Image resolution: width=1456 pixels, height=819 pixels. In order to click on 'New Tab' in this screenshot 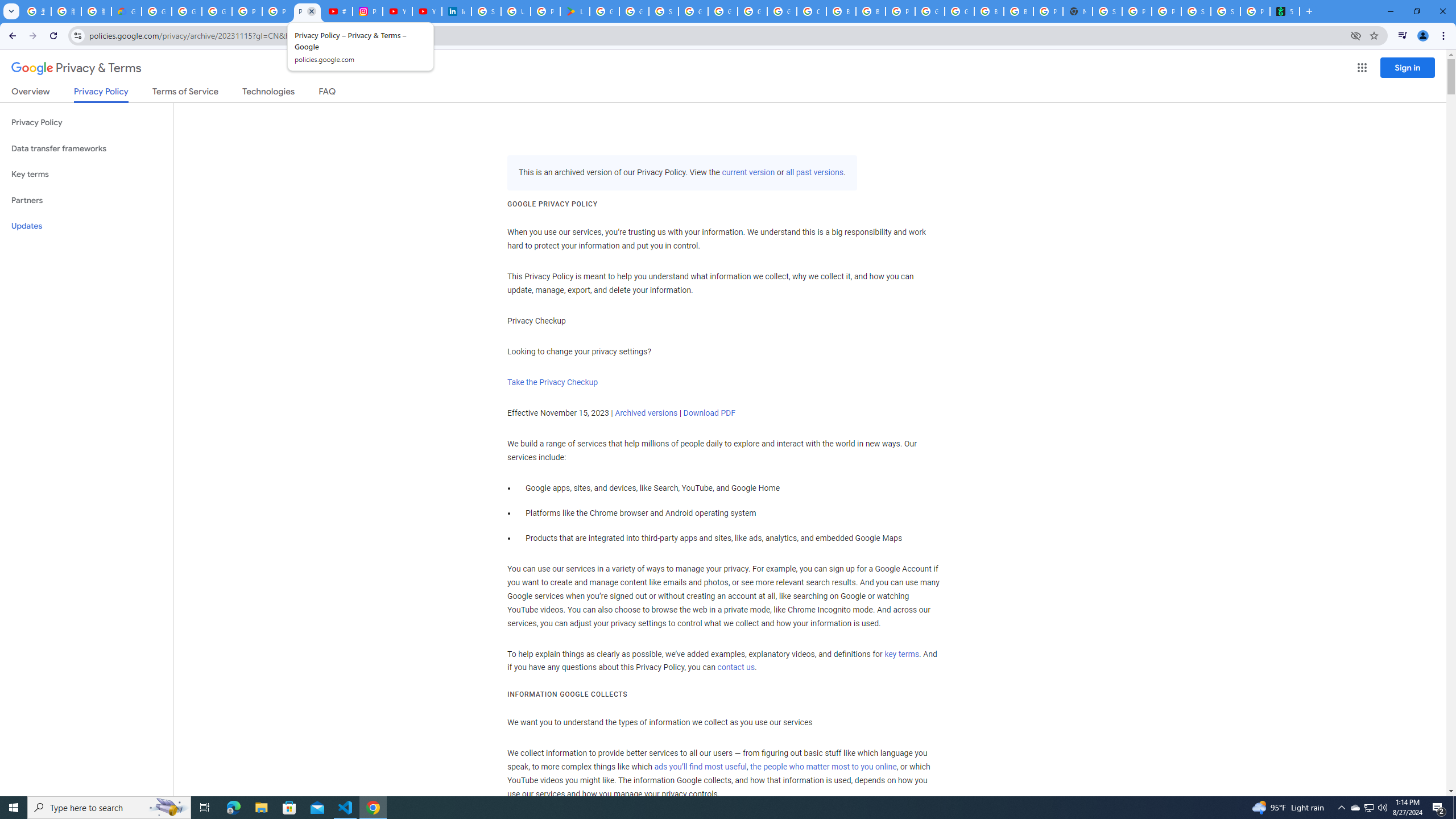, I will do `click(1078, 11)`.